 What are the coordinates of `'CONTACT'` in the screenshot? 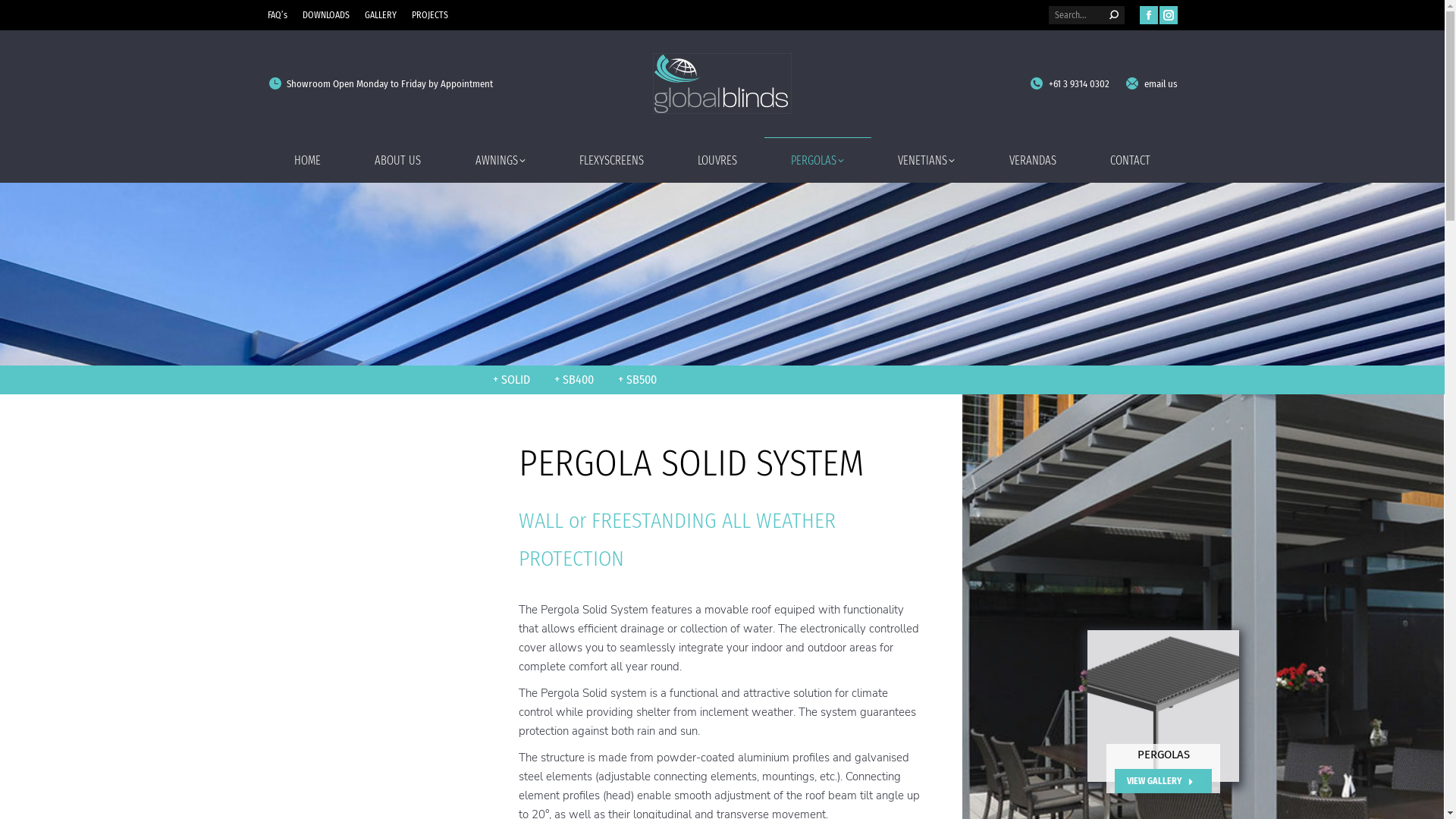 It's located at (1129, 159).